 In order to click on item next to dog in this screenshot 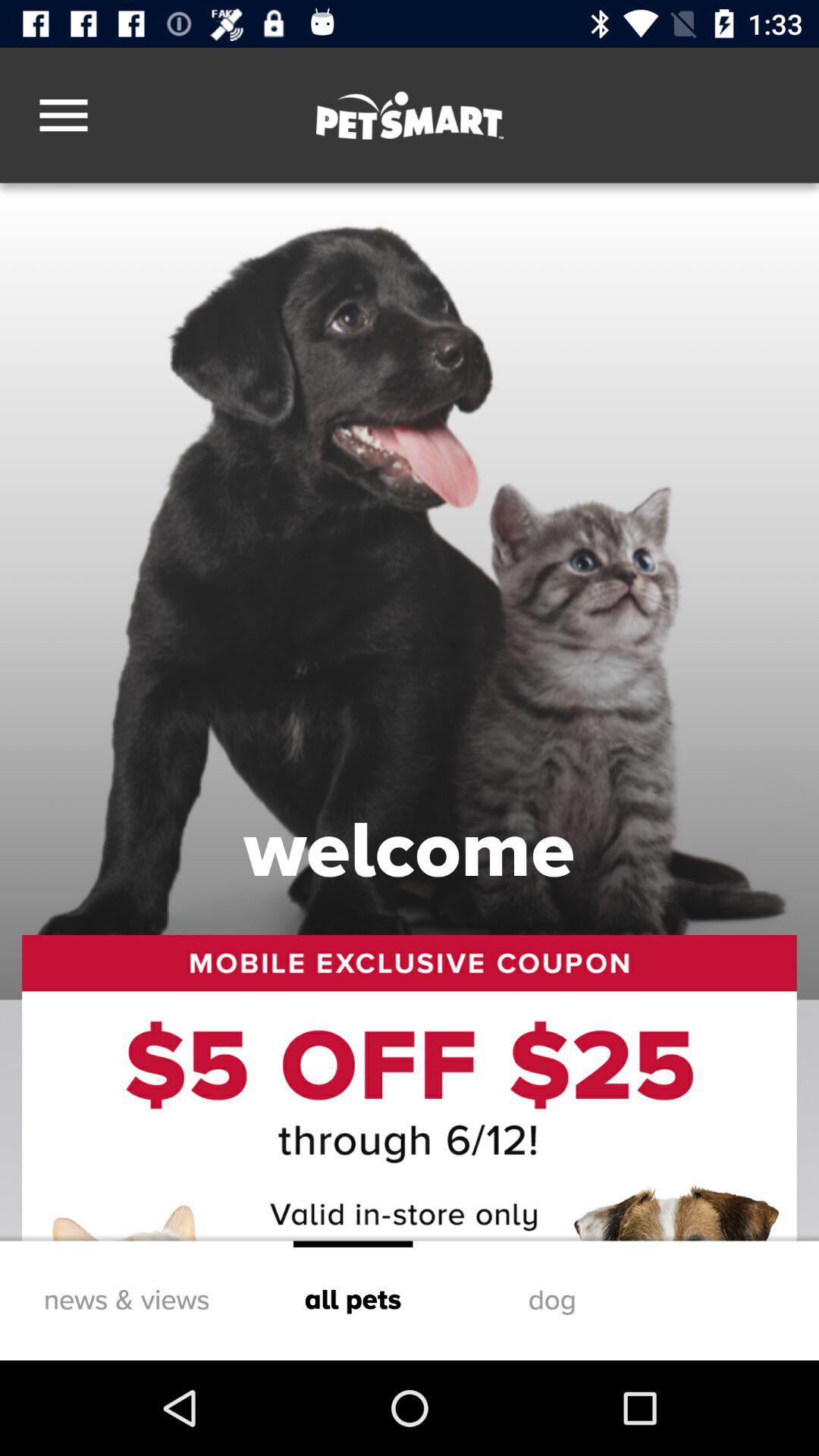, I will do `click(353, 1300)`.